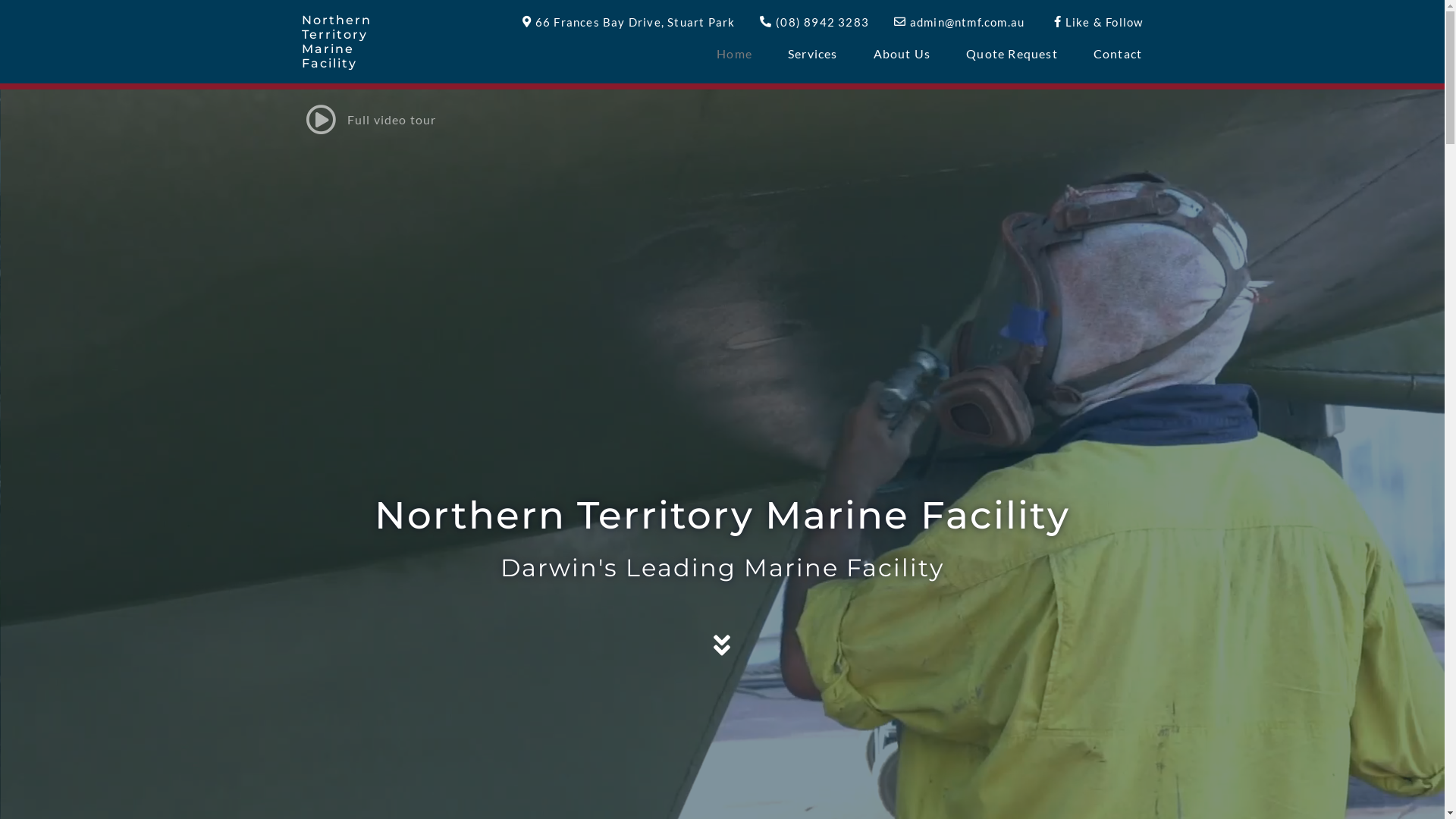  I want to click on 'About Us', so click(902, 52).